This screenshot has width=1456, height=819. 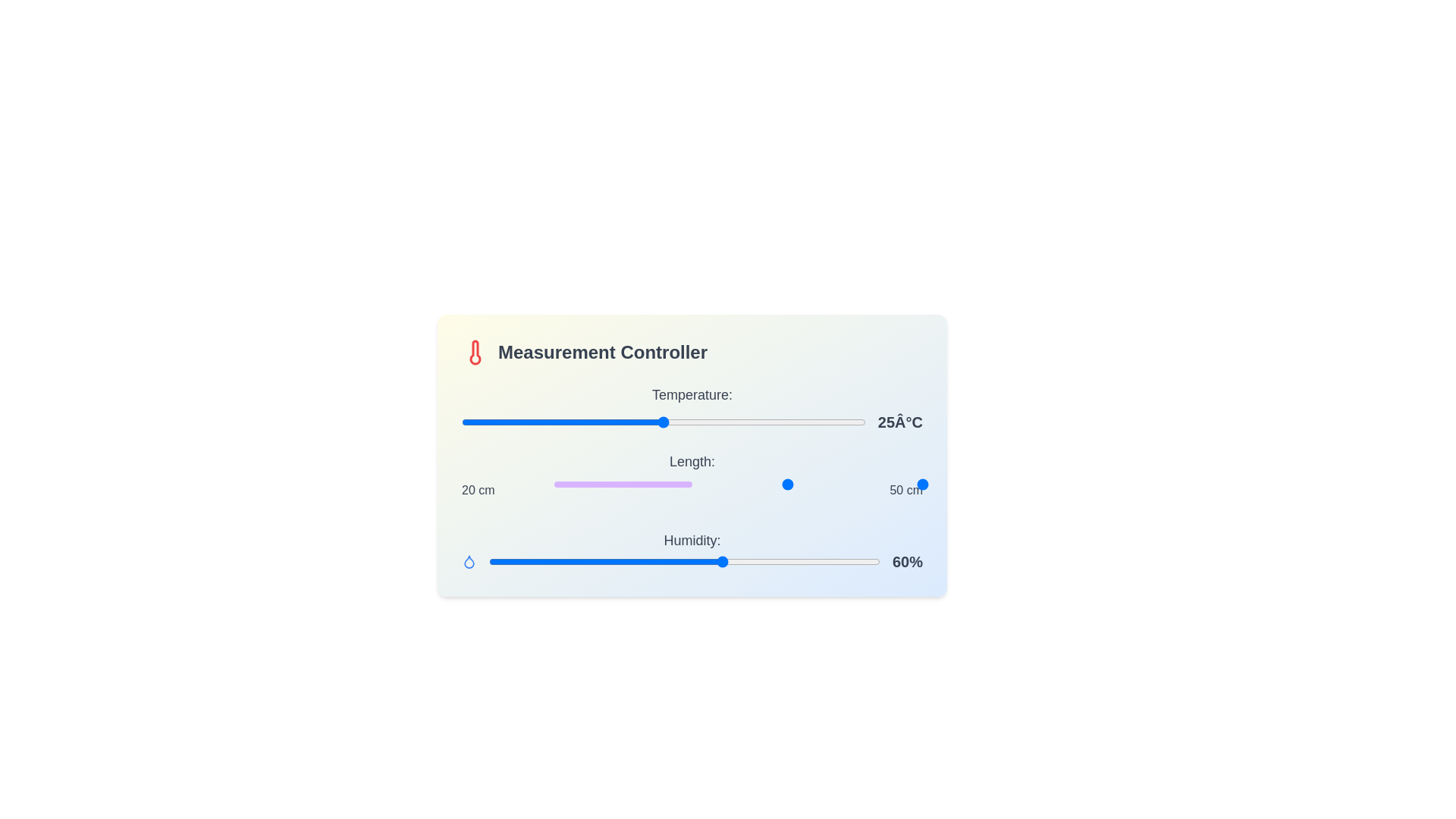 What do you see at coordinates (574, 422) in the screenshot?
I see `the temperature` at bounding box center [574, 422].